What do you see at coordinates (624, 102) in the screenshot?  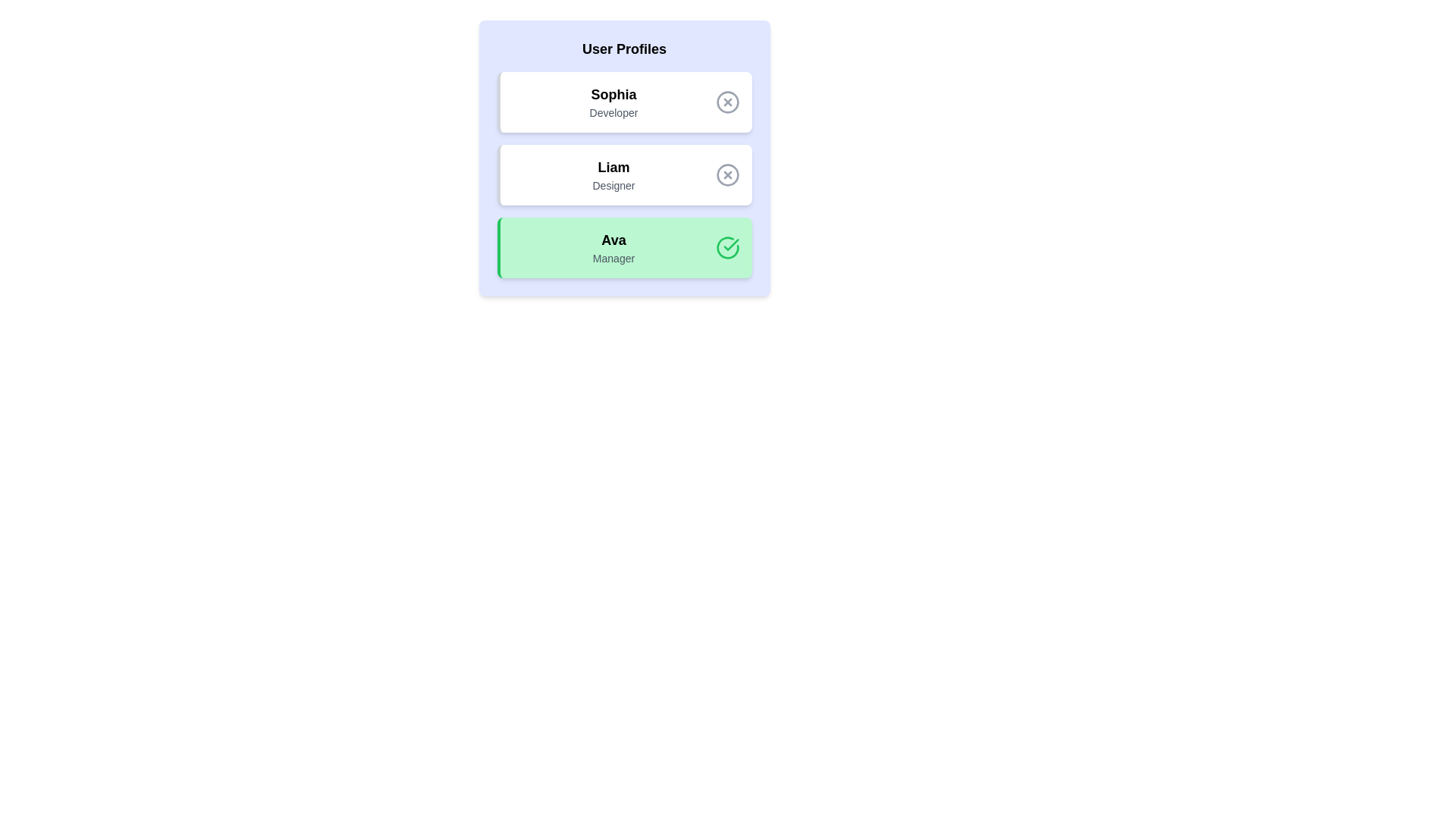 I see `the profile Sophia by clicking on it` at bounding box center [624, 102].